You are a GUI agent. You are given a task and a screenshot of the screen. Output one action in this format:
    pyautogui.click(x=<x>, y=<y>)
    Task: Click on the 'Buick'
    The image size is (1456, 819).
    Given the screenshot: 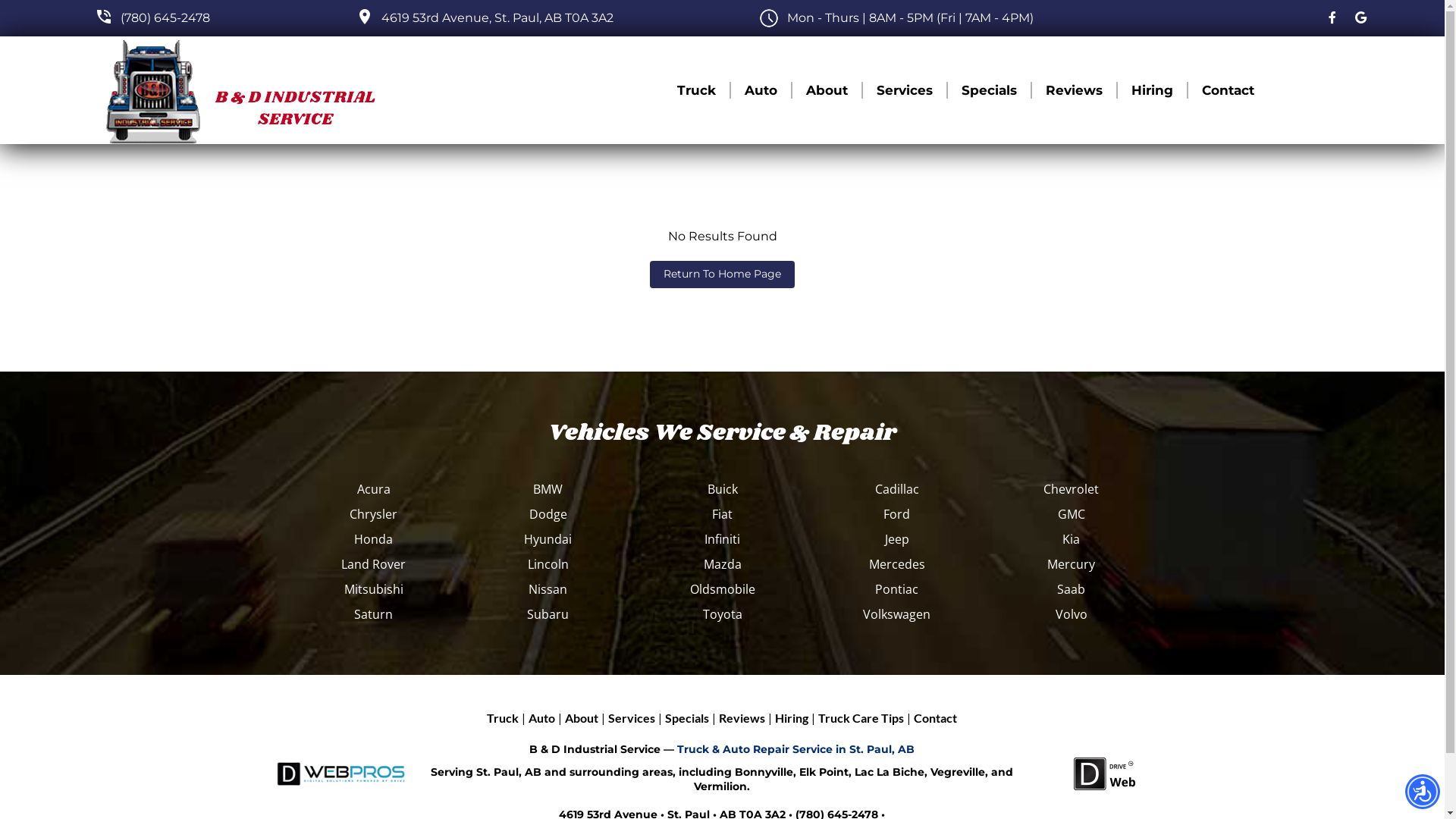 What is the action you would take?
    pyautogui.click(x=722, y=488)
    